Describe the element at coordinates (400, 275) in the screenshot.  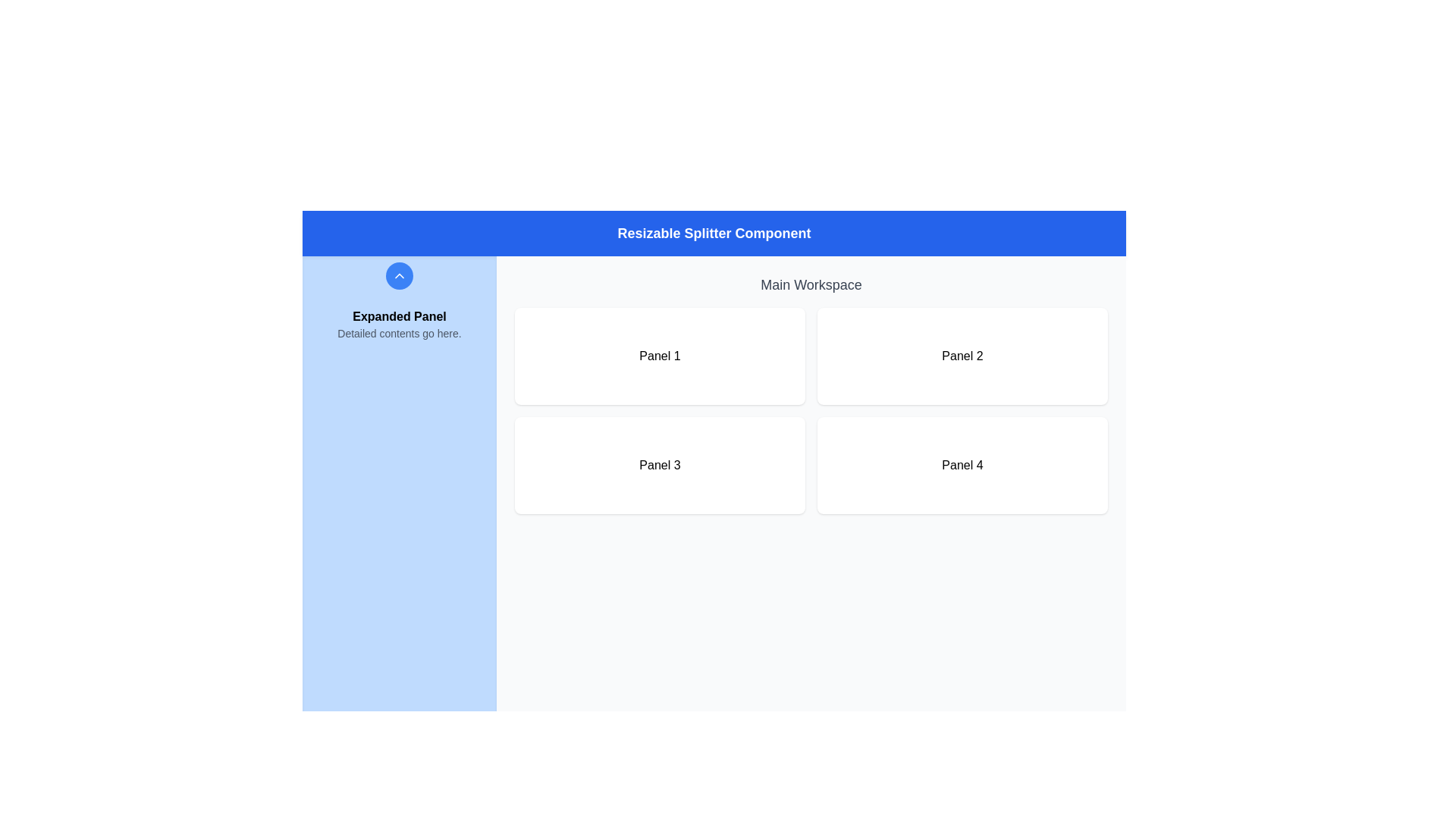
I see `the button with an icon` at that location.